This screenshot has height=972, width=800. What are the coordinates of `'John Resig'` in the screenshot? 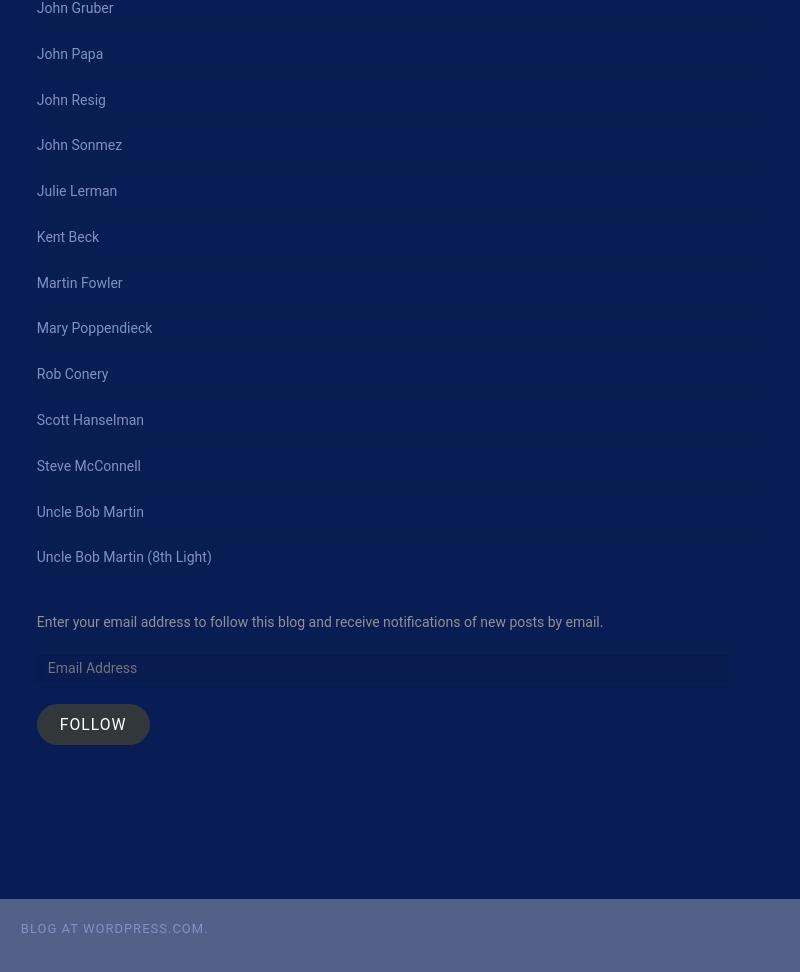 It's located at (70, 98).